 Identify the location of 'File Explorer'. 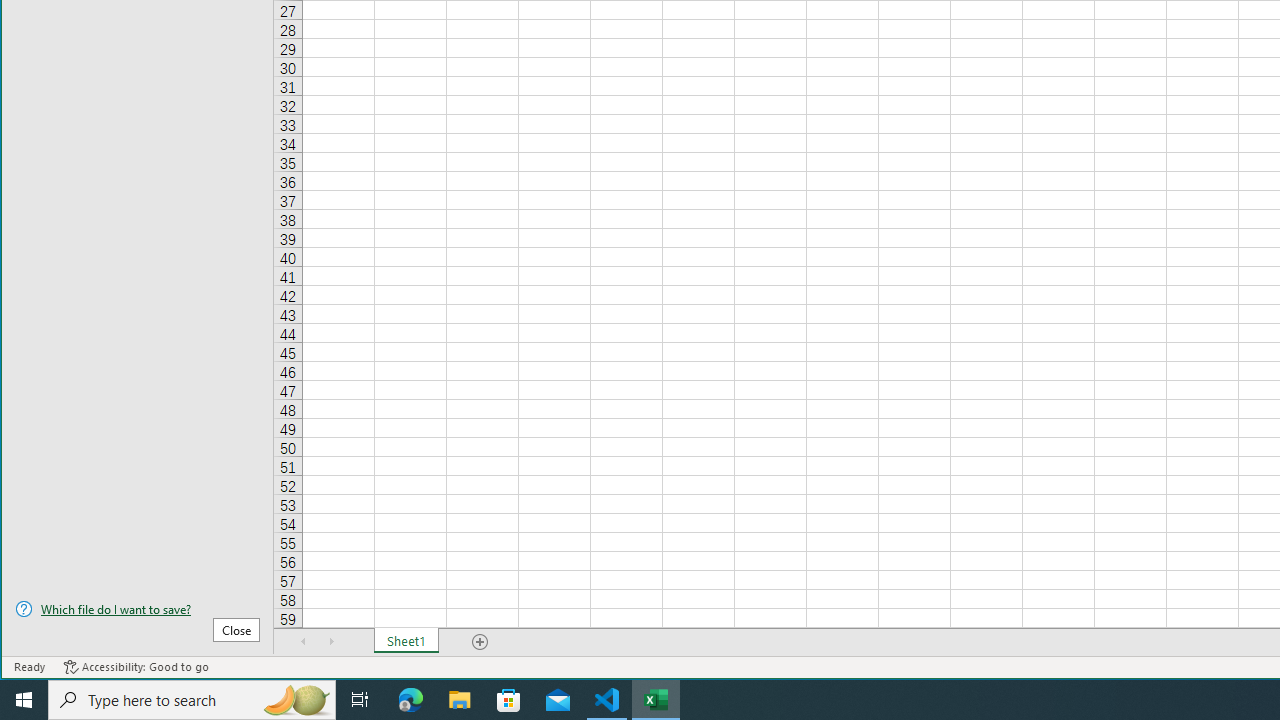
(459, 698).